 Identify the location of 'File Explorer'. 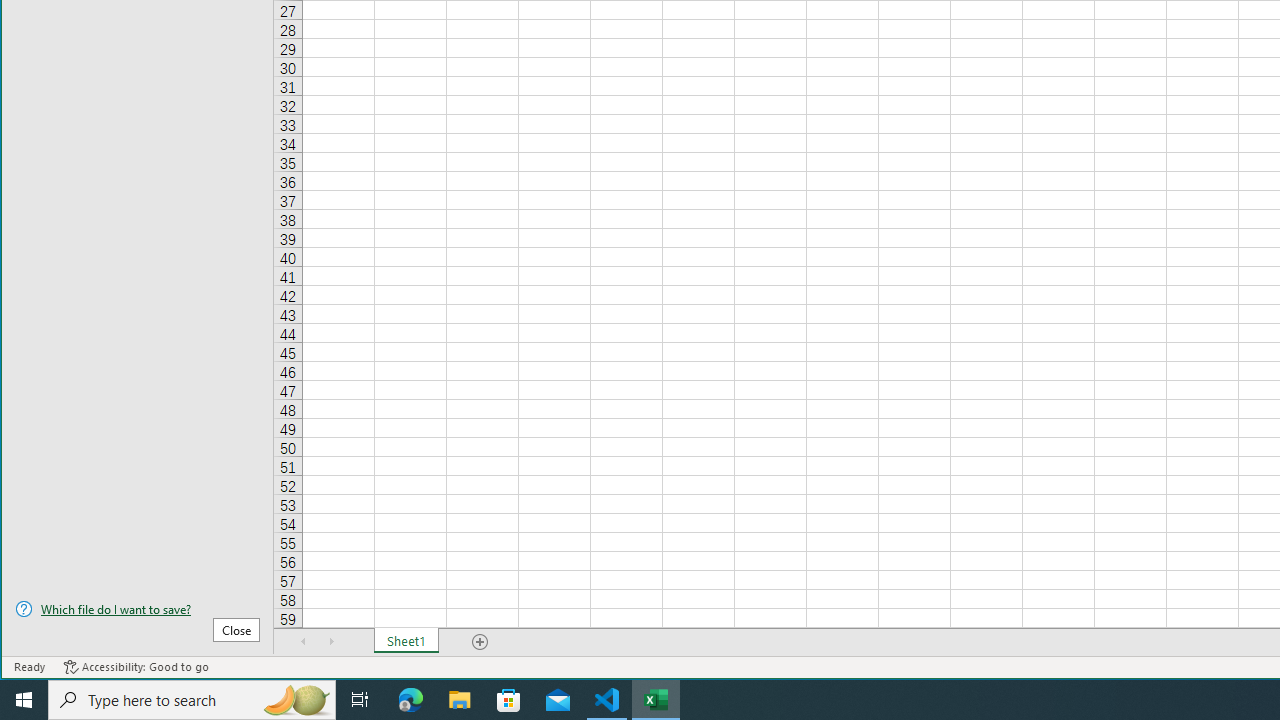
(459, 698).